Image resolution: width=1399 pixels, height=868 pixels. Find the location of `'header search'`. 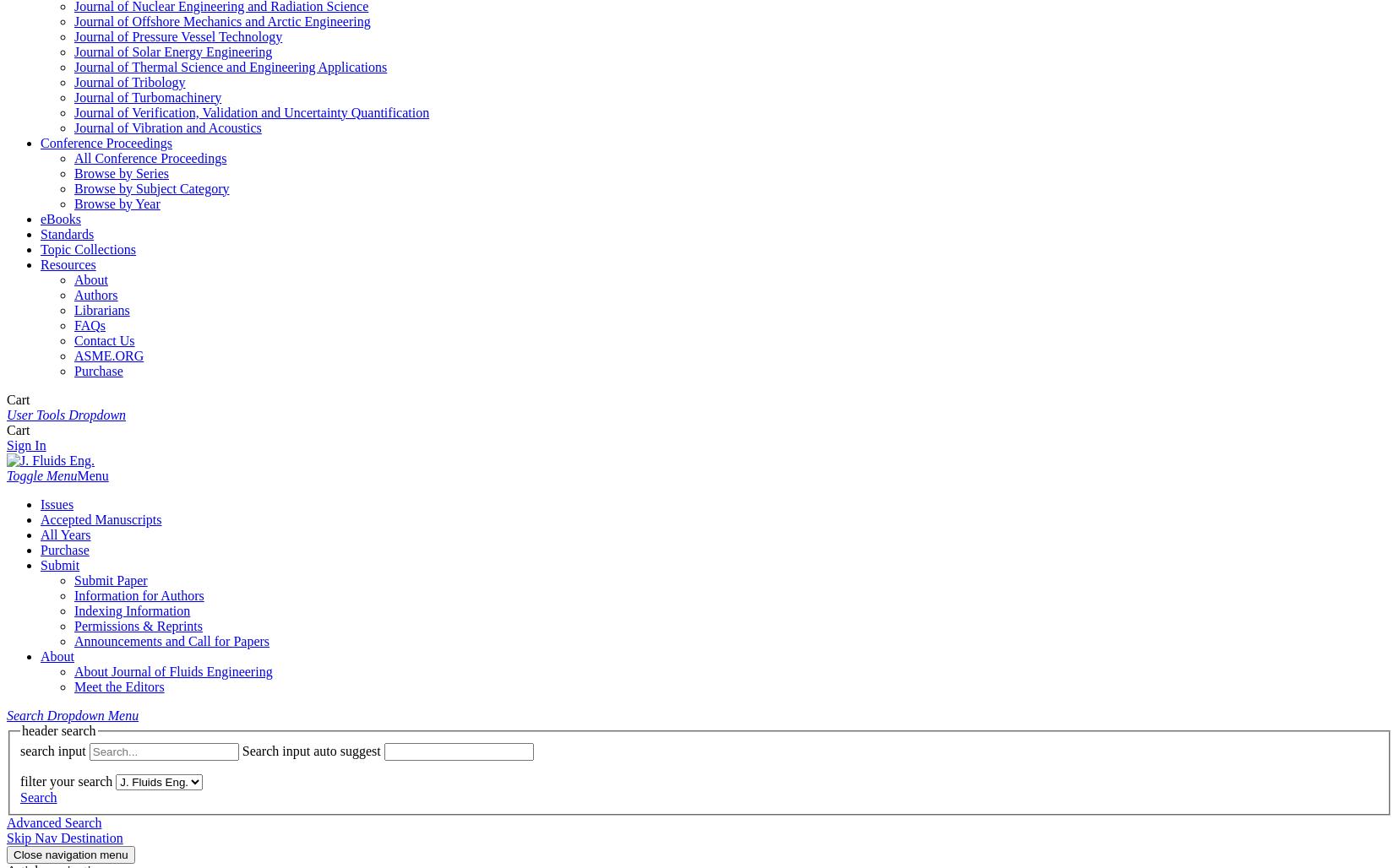

'header search' is located at coordinates (57, 729).